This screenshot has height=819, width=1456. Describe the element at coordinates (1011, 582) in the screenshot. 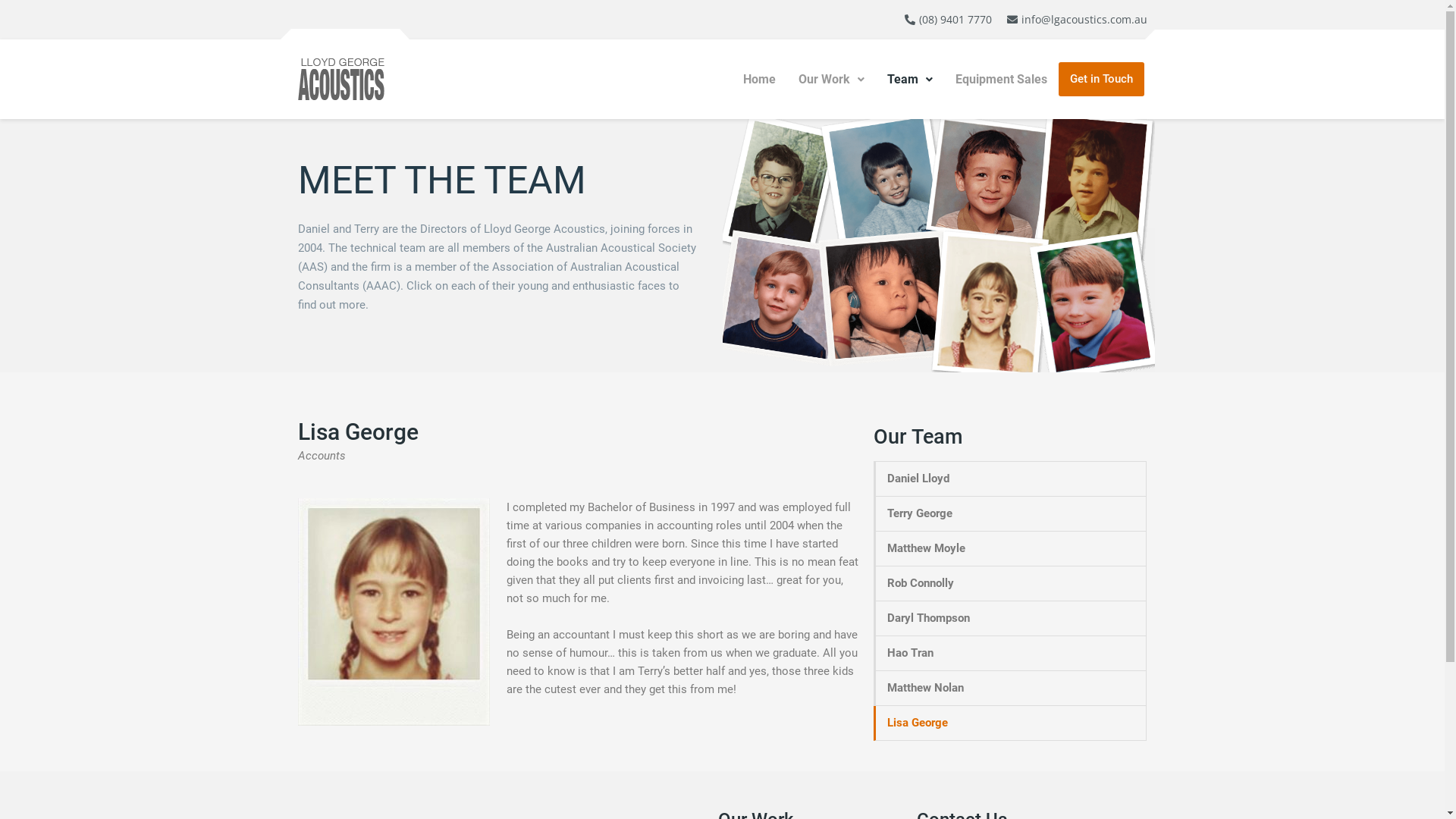

I see `'Rob Connolly'` at that location.